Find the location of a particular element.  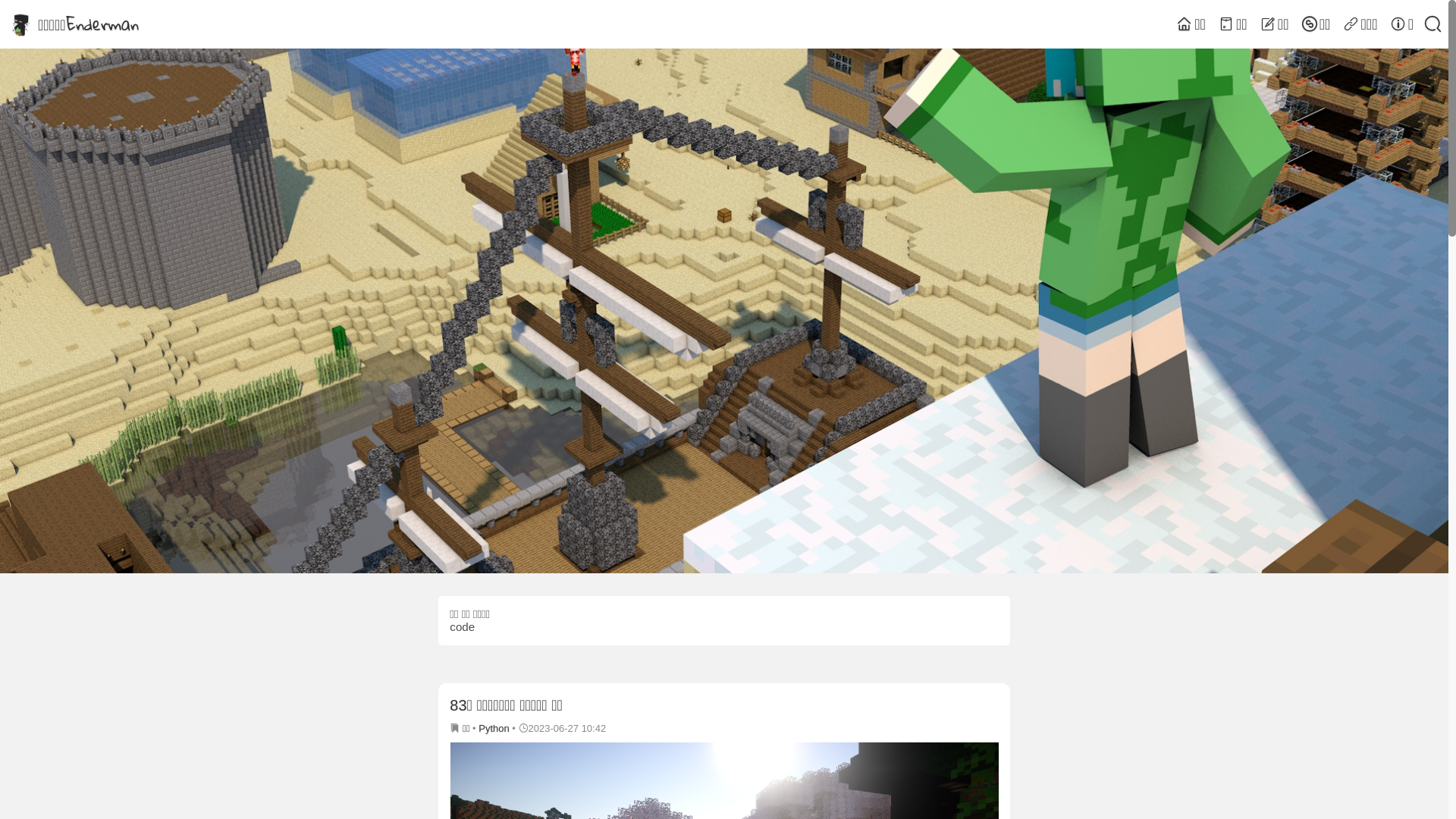

'Python' is located at coordinates (477, 727).